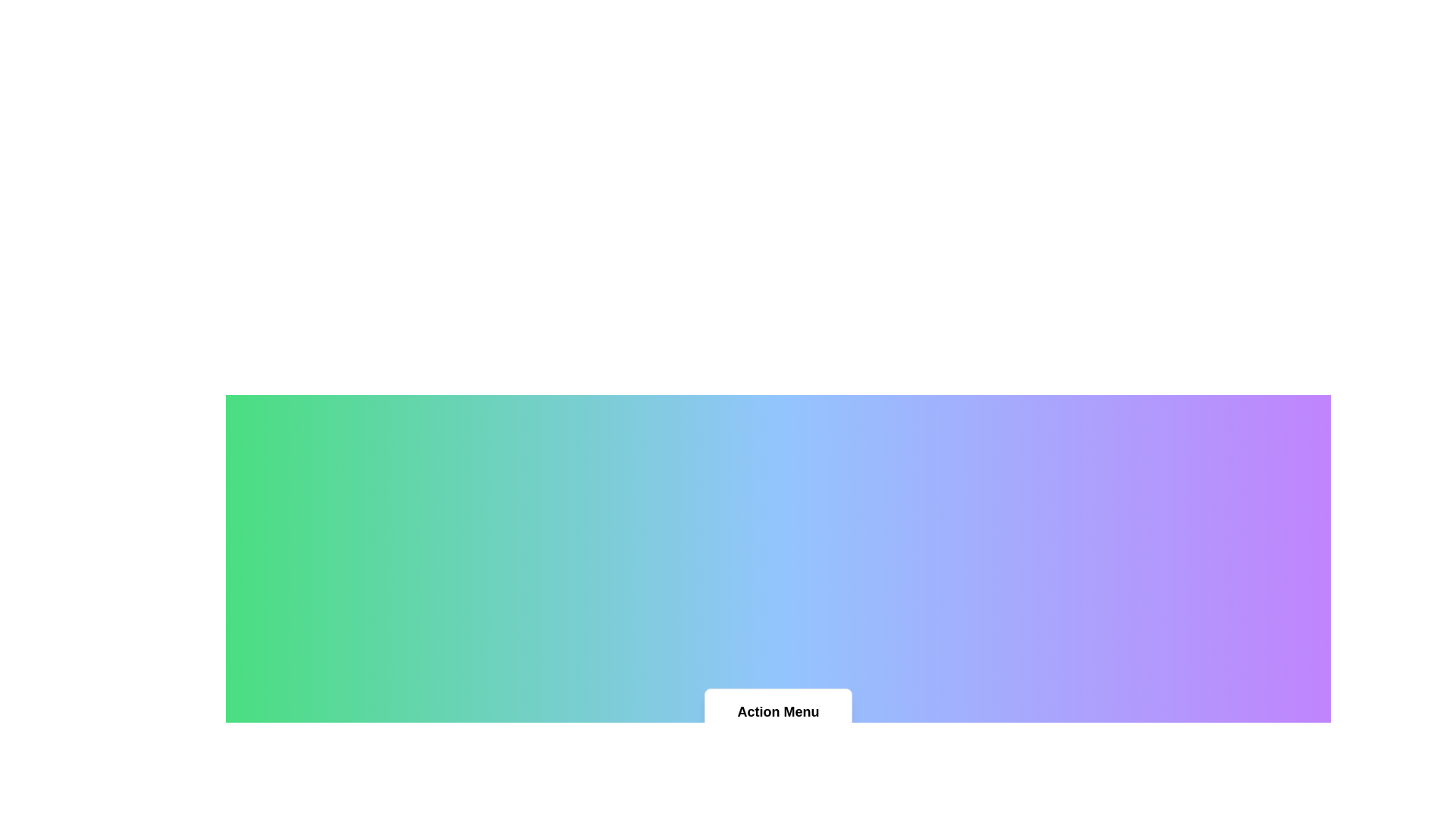 The image size is (1456, 819). Describe the element at coordinates (778, 745) in the screenshot. I see `the menu item Home to highlight it` at that location.